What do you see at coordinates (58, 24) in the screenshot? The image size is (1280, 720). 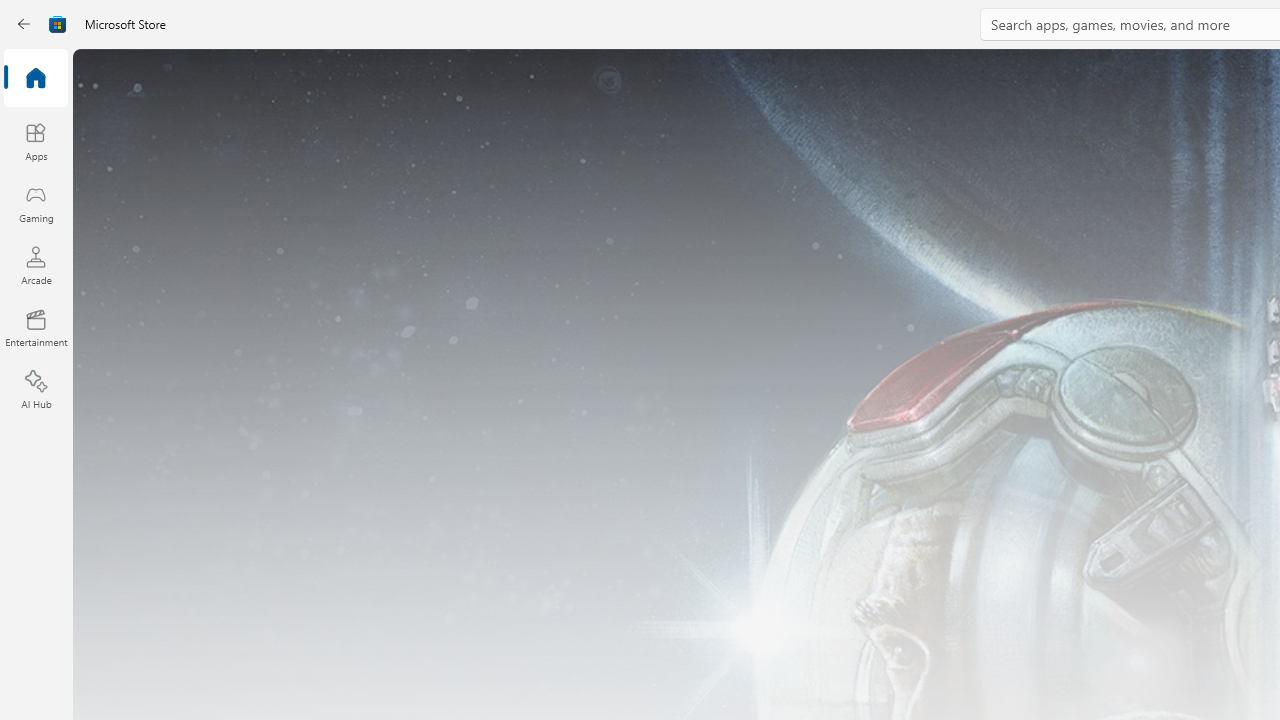 I see `'Class: Image'` at bounding box center [58, 24].